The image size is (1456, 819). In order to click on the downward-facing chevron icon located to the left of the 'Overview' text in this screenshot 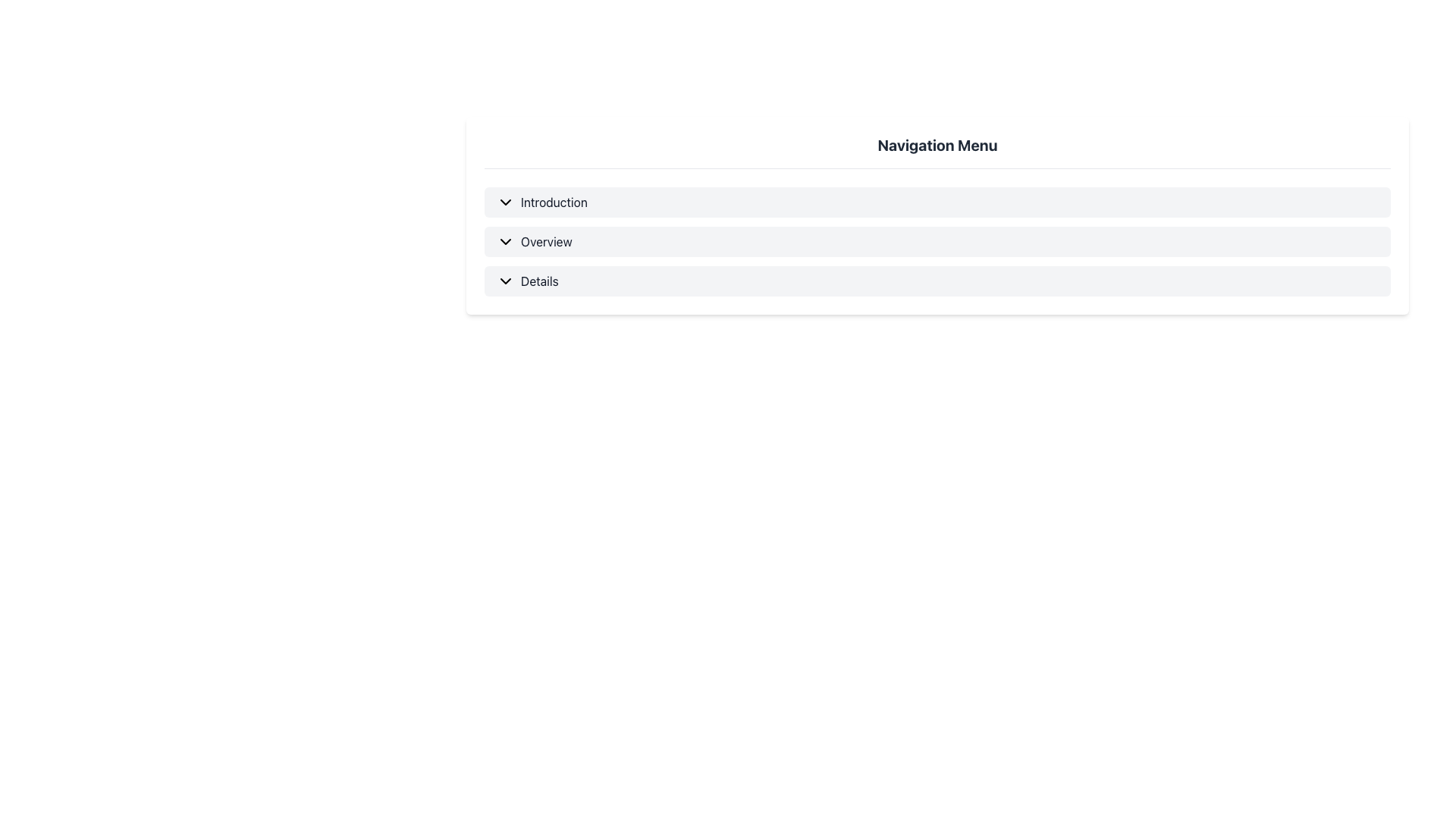, I will do `click(506, 241)`.